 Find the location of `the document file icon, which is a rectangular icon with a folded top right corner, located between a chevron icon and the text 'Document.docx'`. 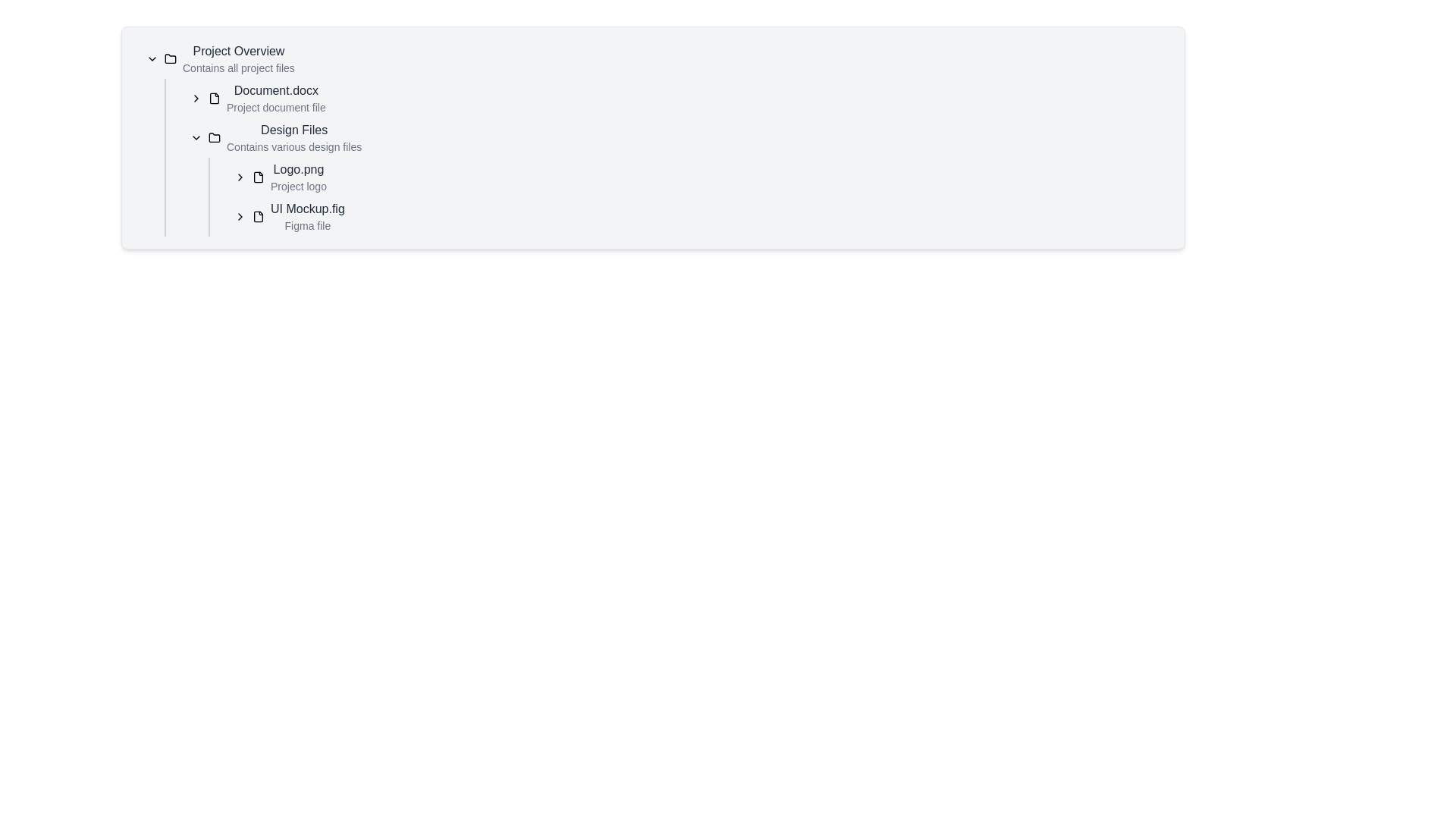

the document file icon, which is a rectangular icon with a folded top right corner, located between a chevron icon and the text 'Document.docx' is located at coordinates (214, 99).